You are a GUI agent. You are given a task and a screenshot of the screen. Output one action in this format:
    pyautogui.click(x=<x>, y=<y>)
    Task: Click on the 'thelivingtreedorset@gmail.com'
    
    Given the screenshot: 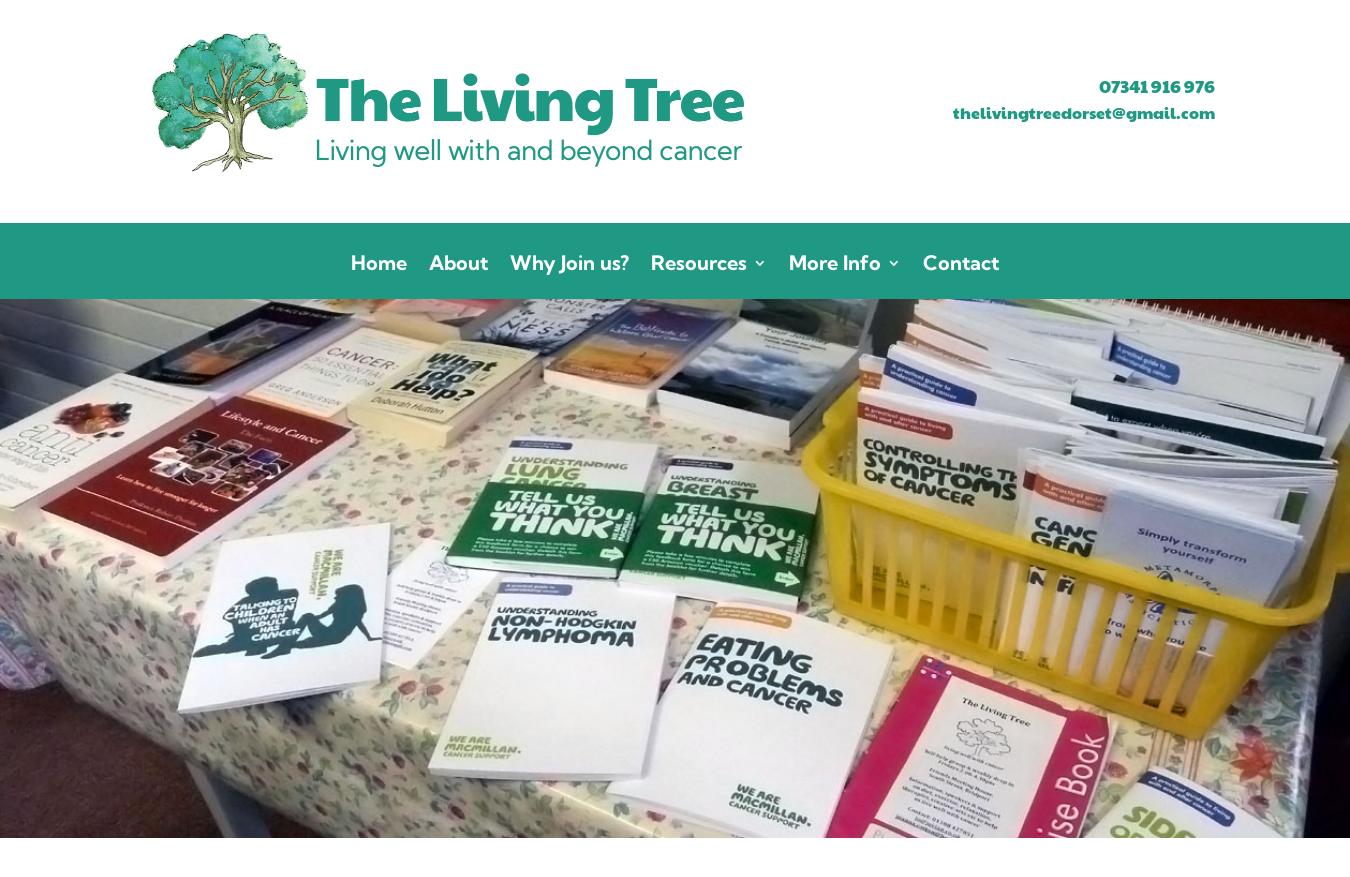 What is the action you would take?
    pyautogui.click(x=951, y=111)
    